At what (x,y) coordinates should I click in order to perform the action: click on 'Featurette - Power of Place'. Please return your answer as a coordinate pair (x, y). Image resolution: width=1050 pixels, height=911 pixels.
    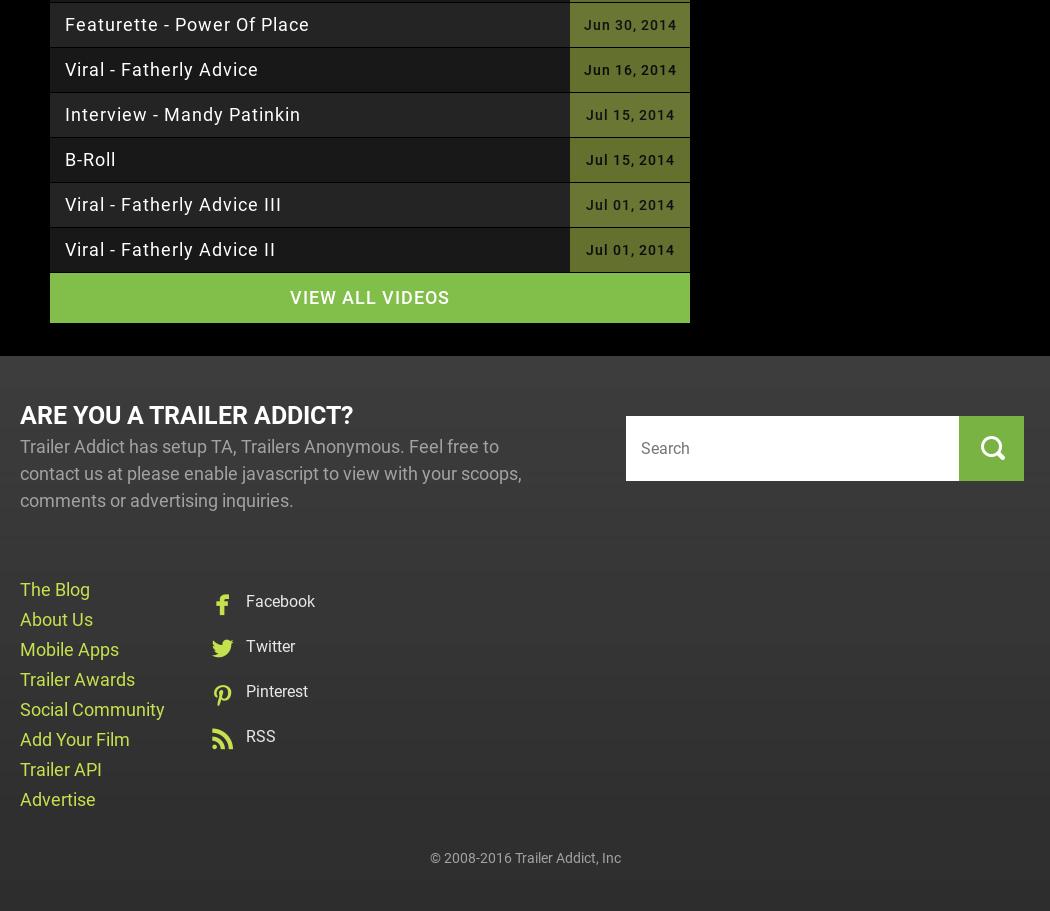
    Looking at the image, I should click on (63, 23).